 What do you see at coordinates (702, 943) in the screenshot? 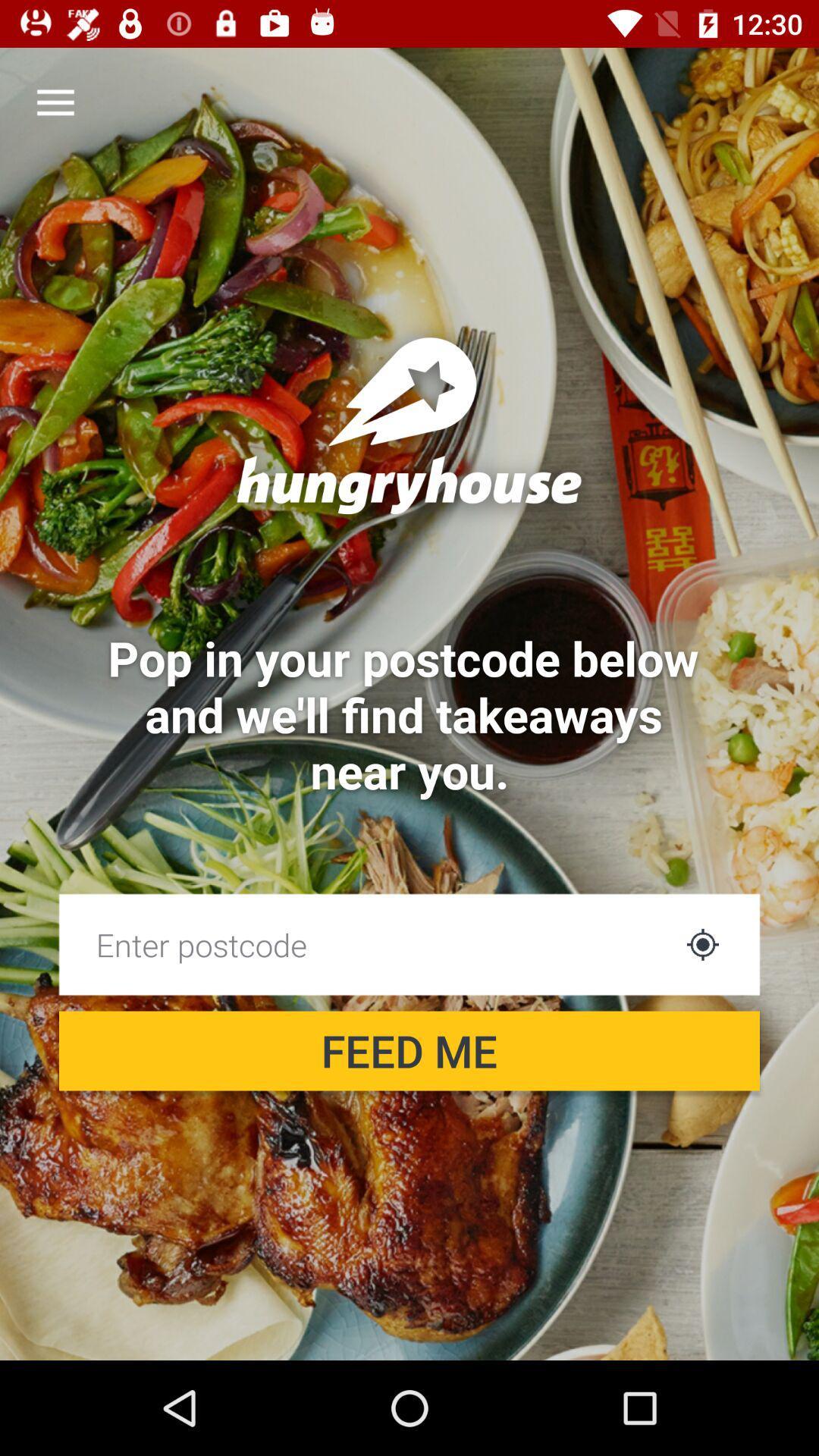
I see `icon above feed me icon` at bounding box center [702, 943].